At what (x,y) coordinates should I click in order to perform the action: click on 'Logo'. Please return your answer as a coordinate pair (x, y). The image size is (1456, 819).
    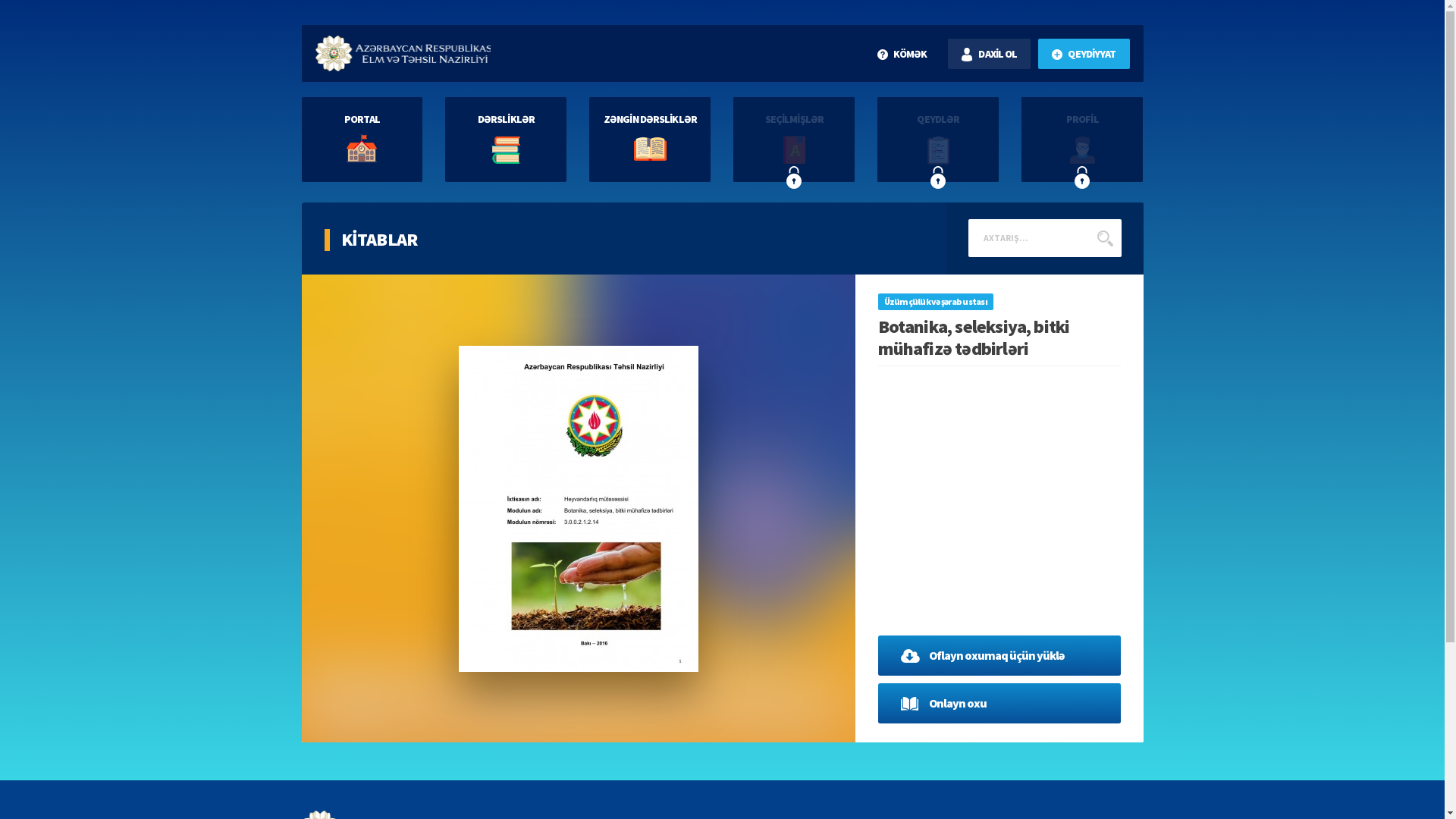
    Looking at the image, I should click on (403, 52).